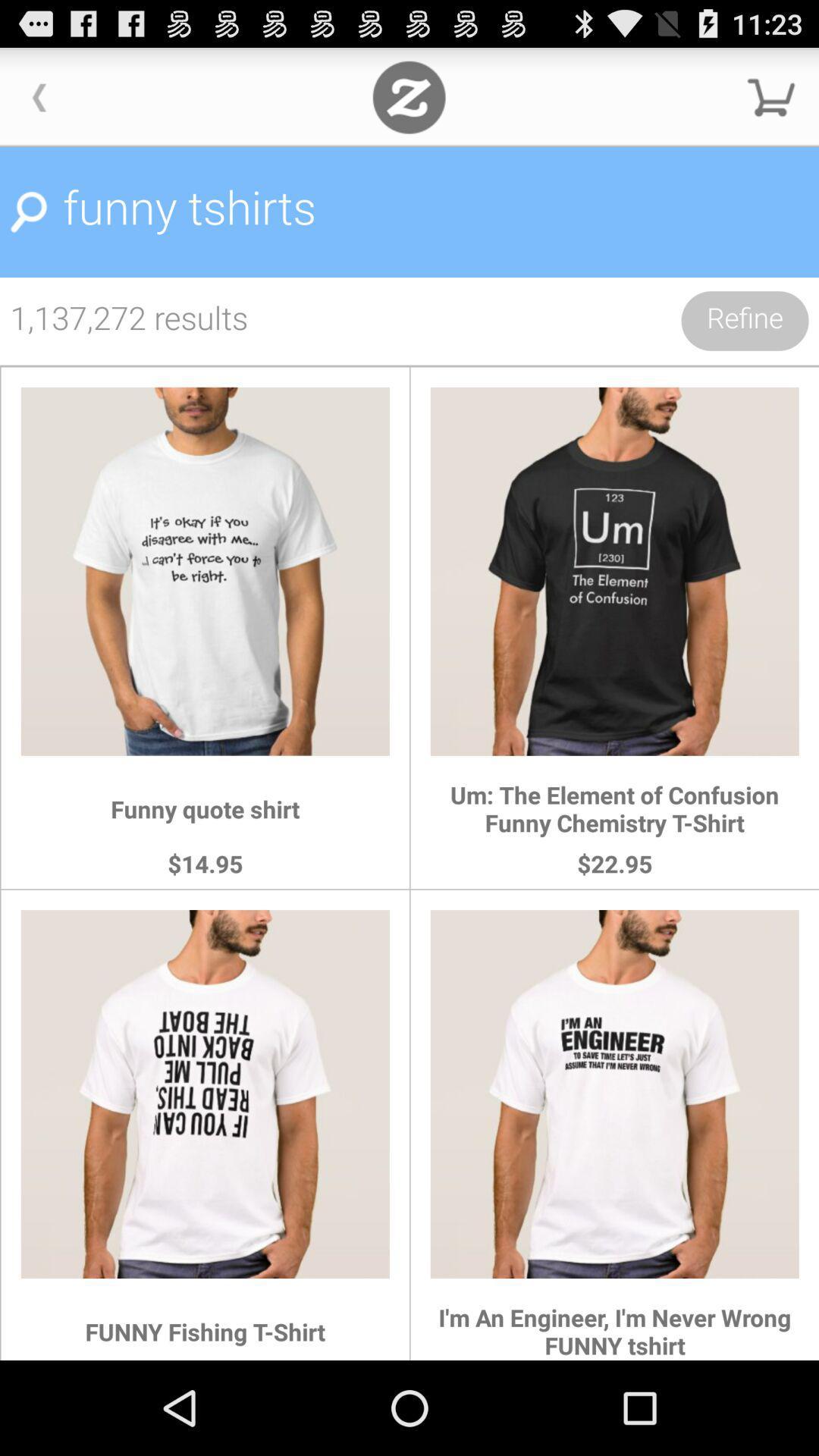 This screenshot has width=819, height=1456. Describe the element at coordinates (408, 96) in the screenshot. I see `back to the home page` at that location.